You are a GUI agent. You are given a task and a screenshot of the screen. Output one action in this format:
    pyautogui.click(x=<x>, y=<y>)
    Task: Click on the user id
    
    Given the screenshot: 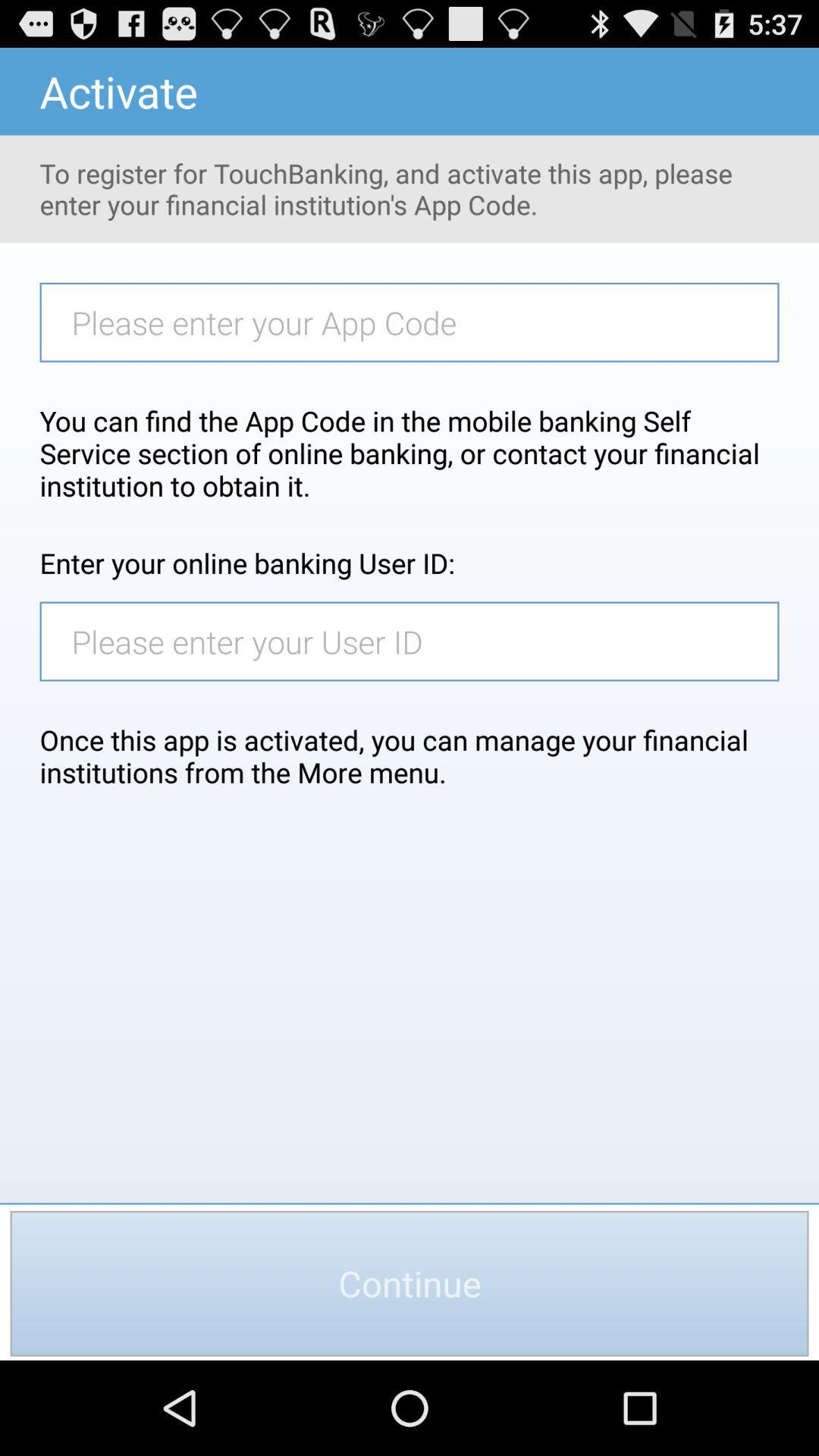 What is the action you would take?
    pyautogui.click(x=417, y=641)
    